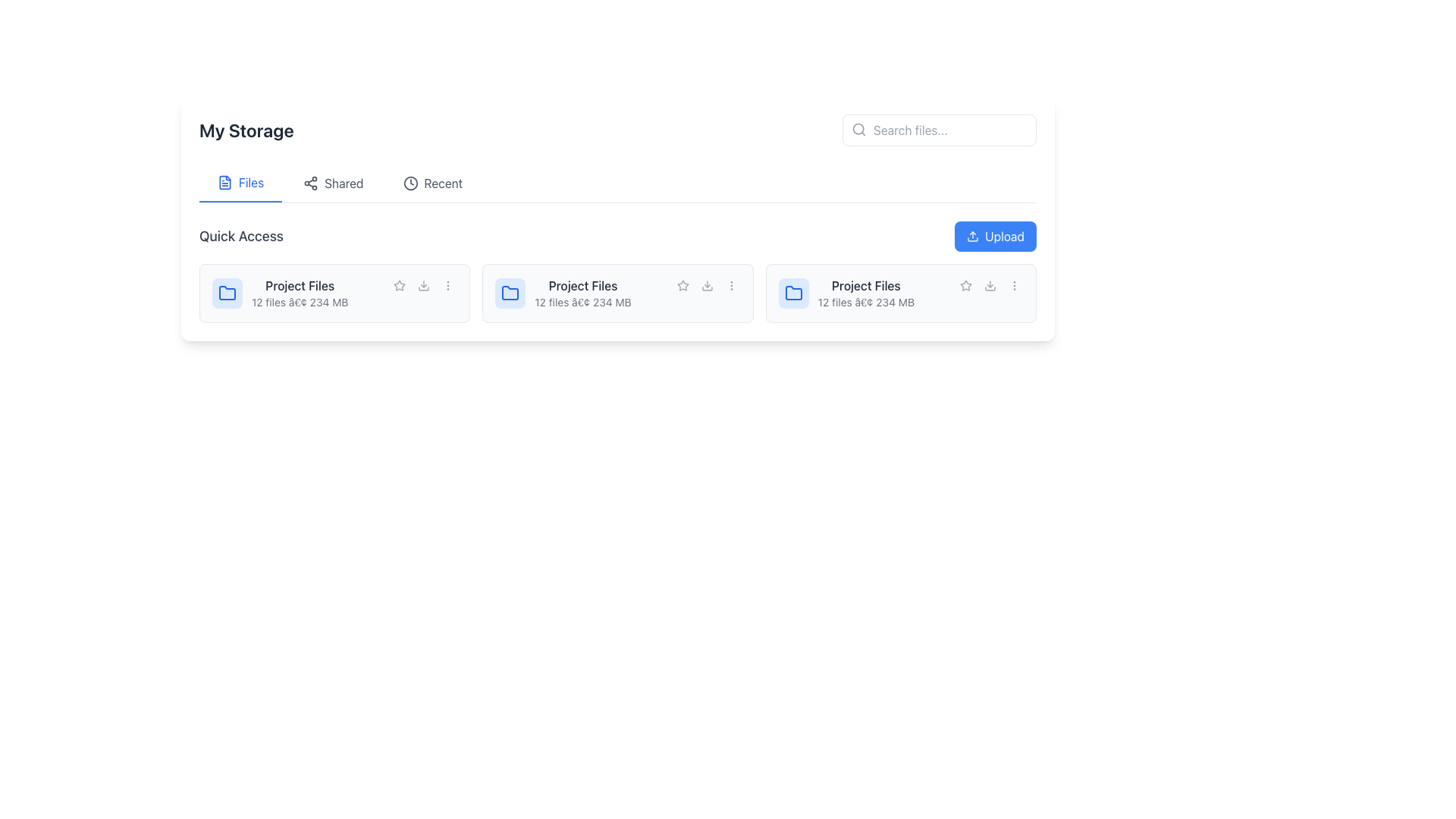  Describe the element at coordinates (682, 286) in the screenshot. I see `the star-shaped icon with a thin gray outline in the 'Project Files' card within the 'Quick Access' section` at that location.